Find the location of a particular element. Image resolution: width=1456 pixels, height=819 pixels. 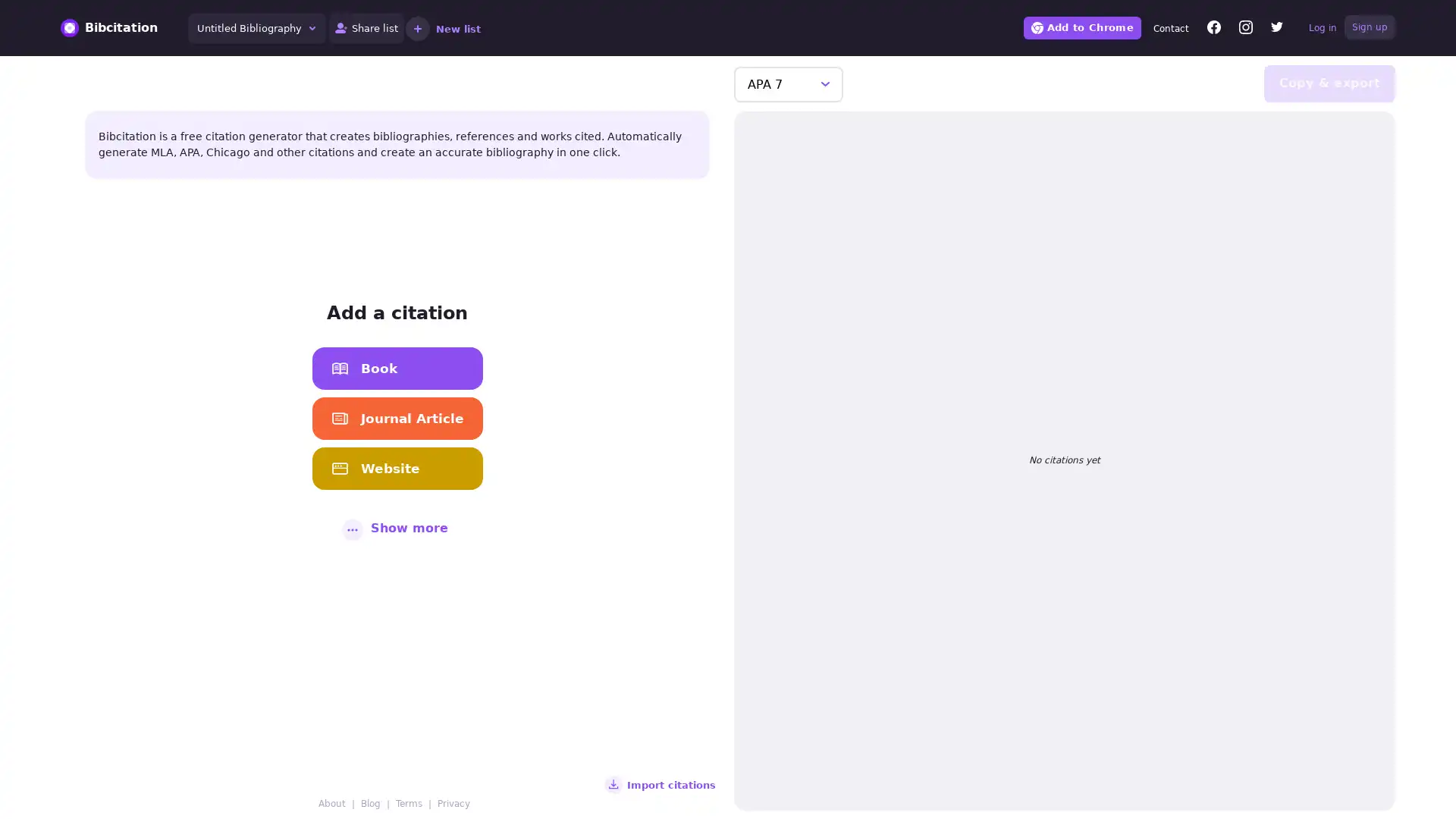

Journal Article is located at coordinates (397, 418).